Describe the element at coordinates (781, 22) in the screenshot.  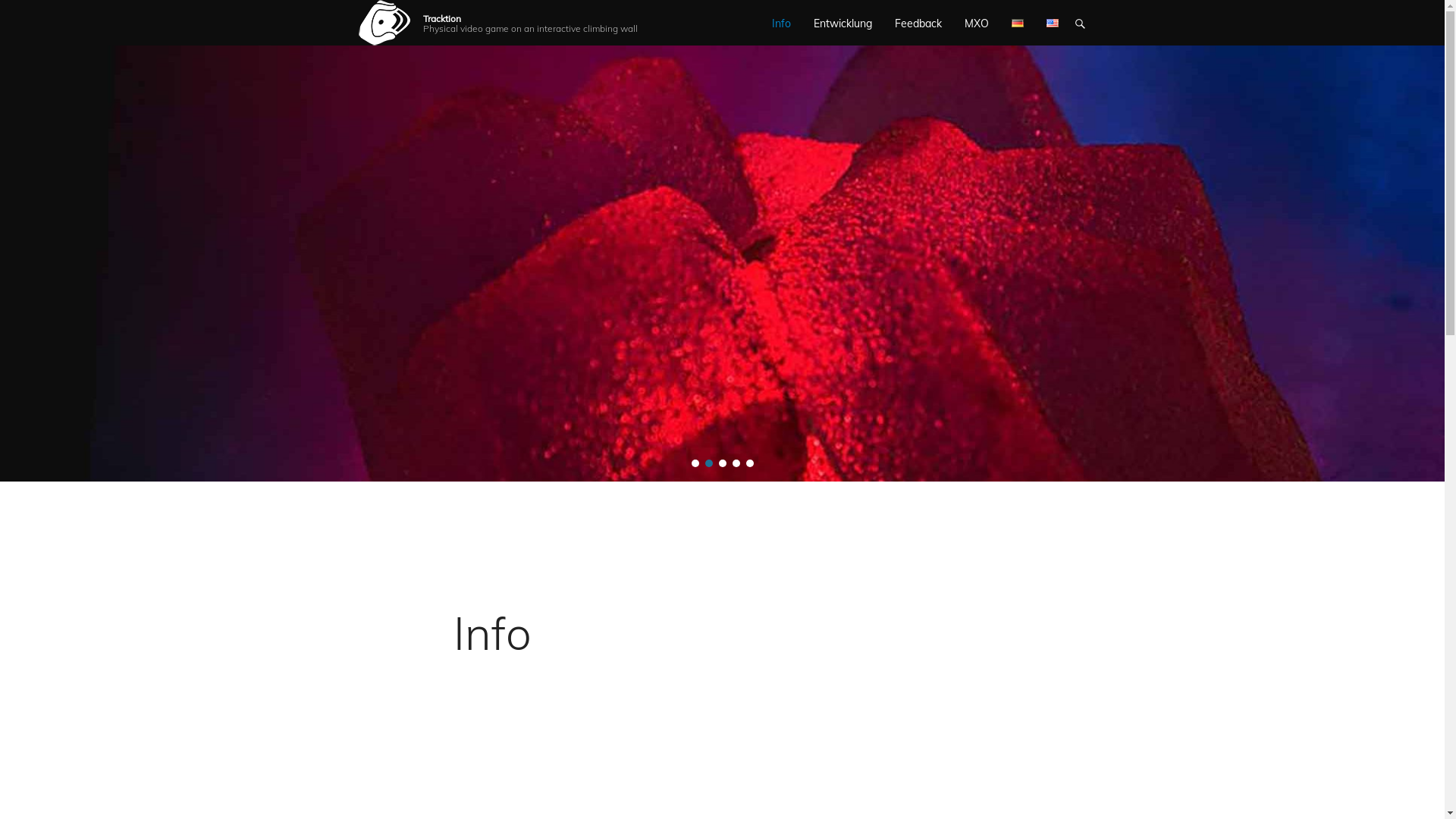
I see `'Info'` at that location.